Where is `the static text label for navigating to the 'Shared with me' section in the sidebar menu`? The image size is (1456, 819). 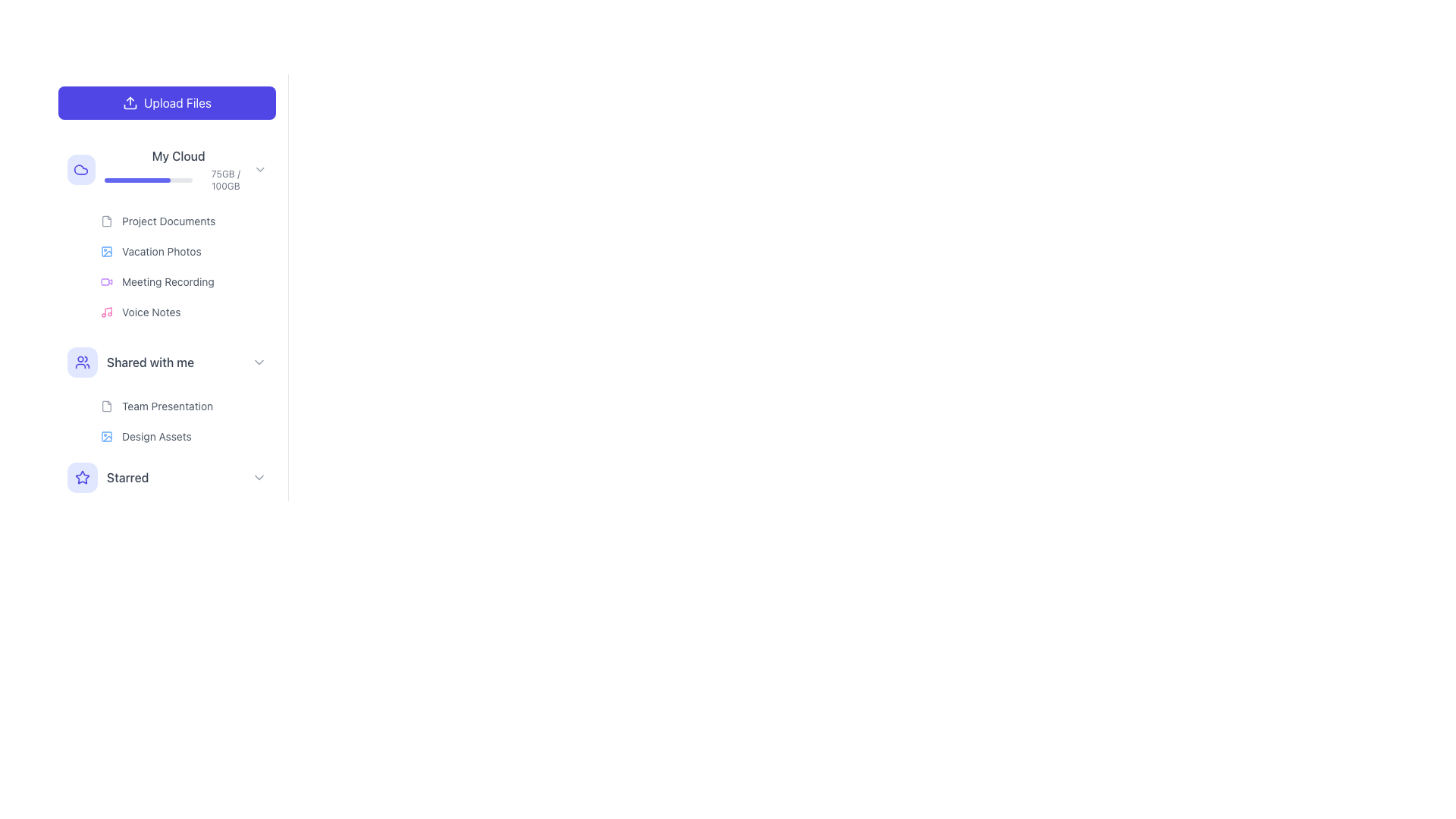 the static text label for navigating to the 'Shared with me' section in the sidebar menu is located at coordinates (150, 362).